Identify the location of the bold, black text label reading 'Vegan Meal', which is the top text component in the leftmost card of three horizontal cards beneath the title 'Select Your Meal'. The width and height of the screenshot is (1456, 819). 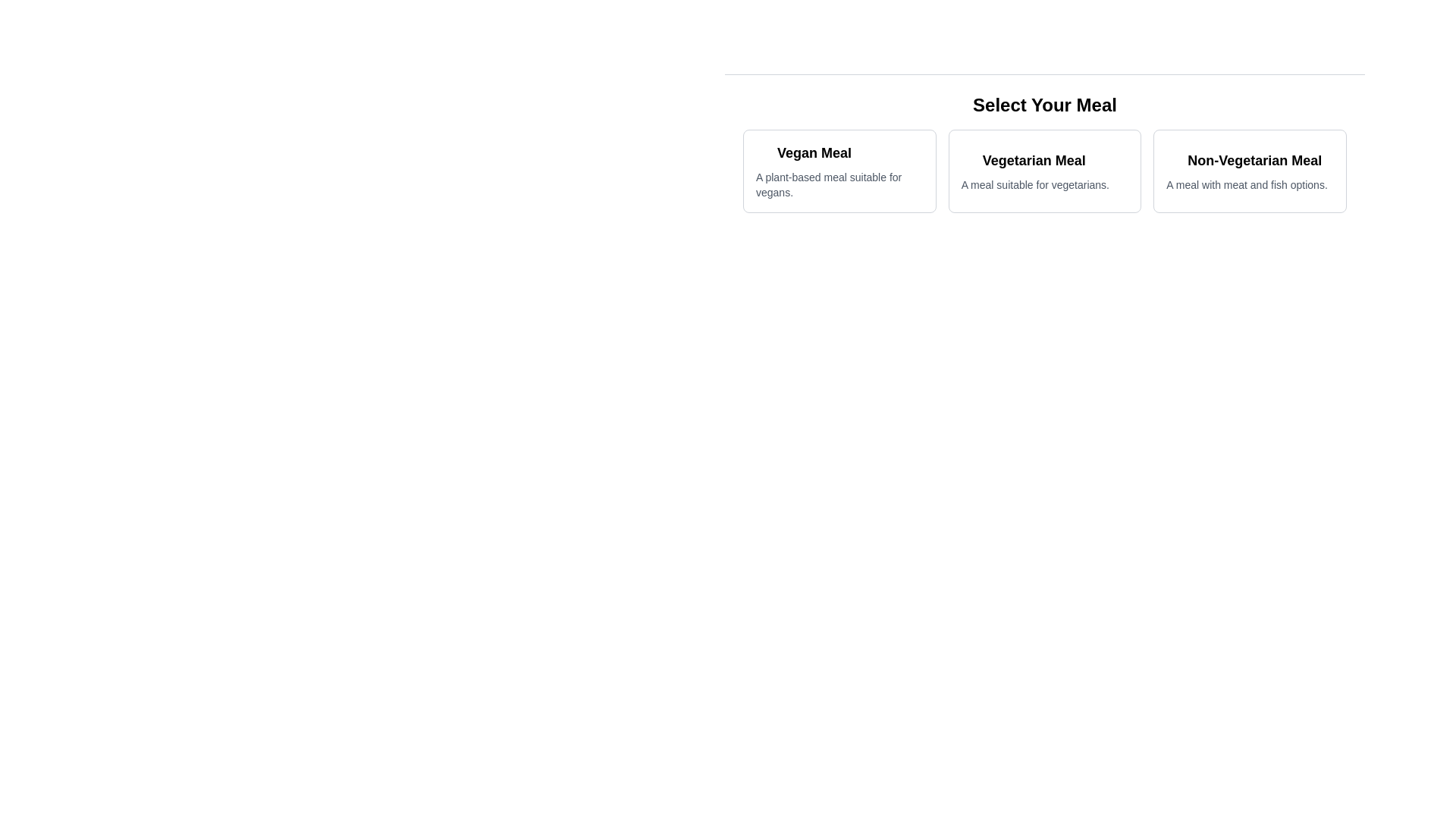
(839, 152).